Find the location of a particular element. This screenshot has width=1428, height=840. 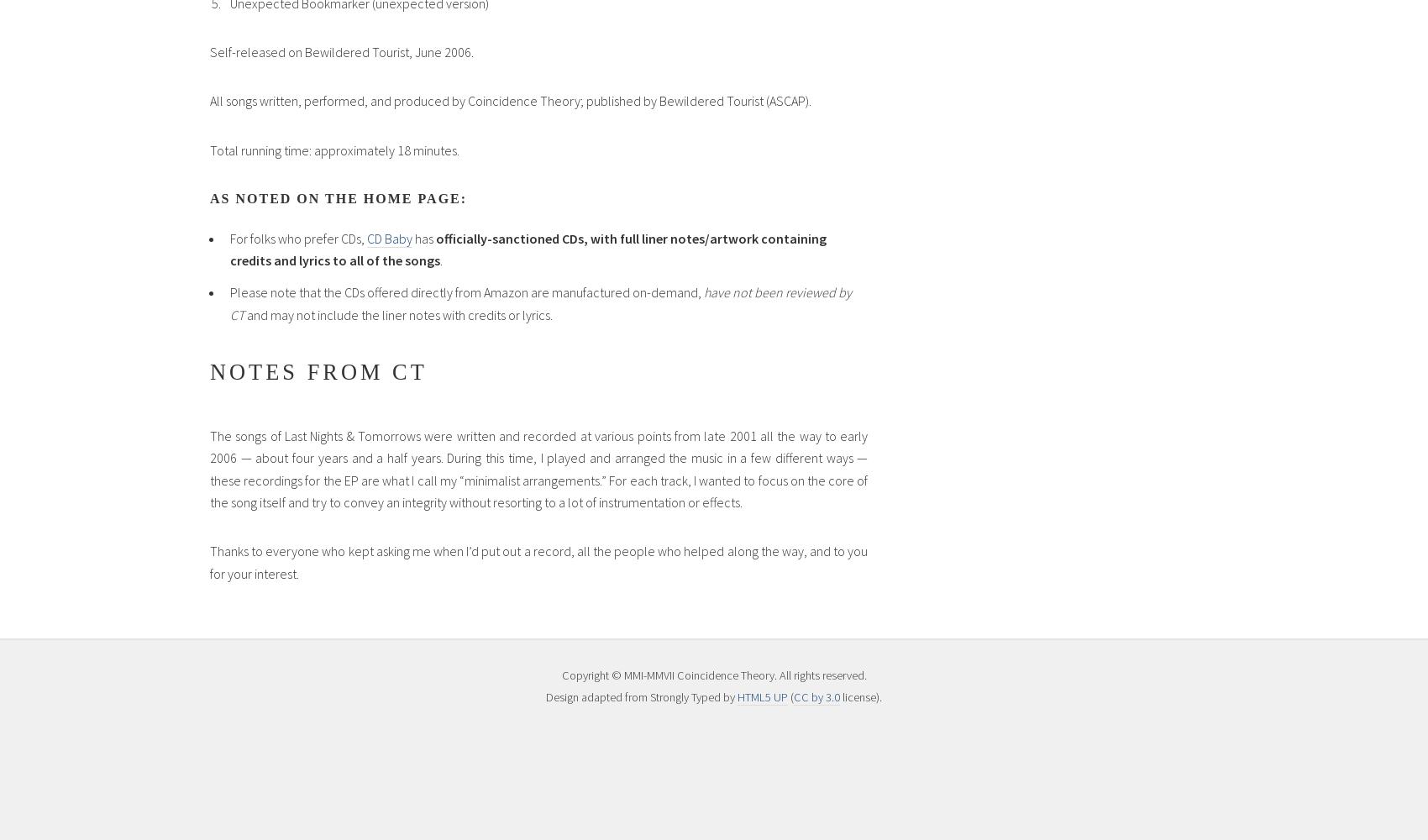

'CD Baby' is located at coordinates (389, 238).